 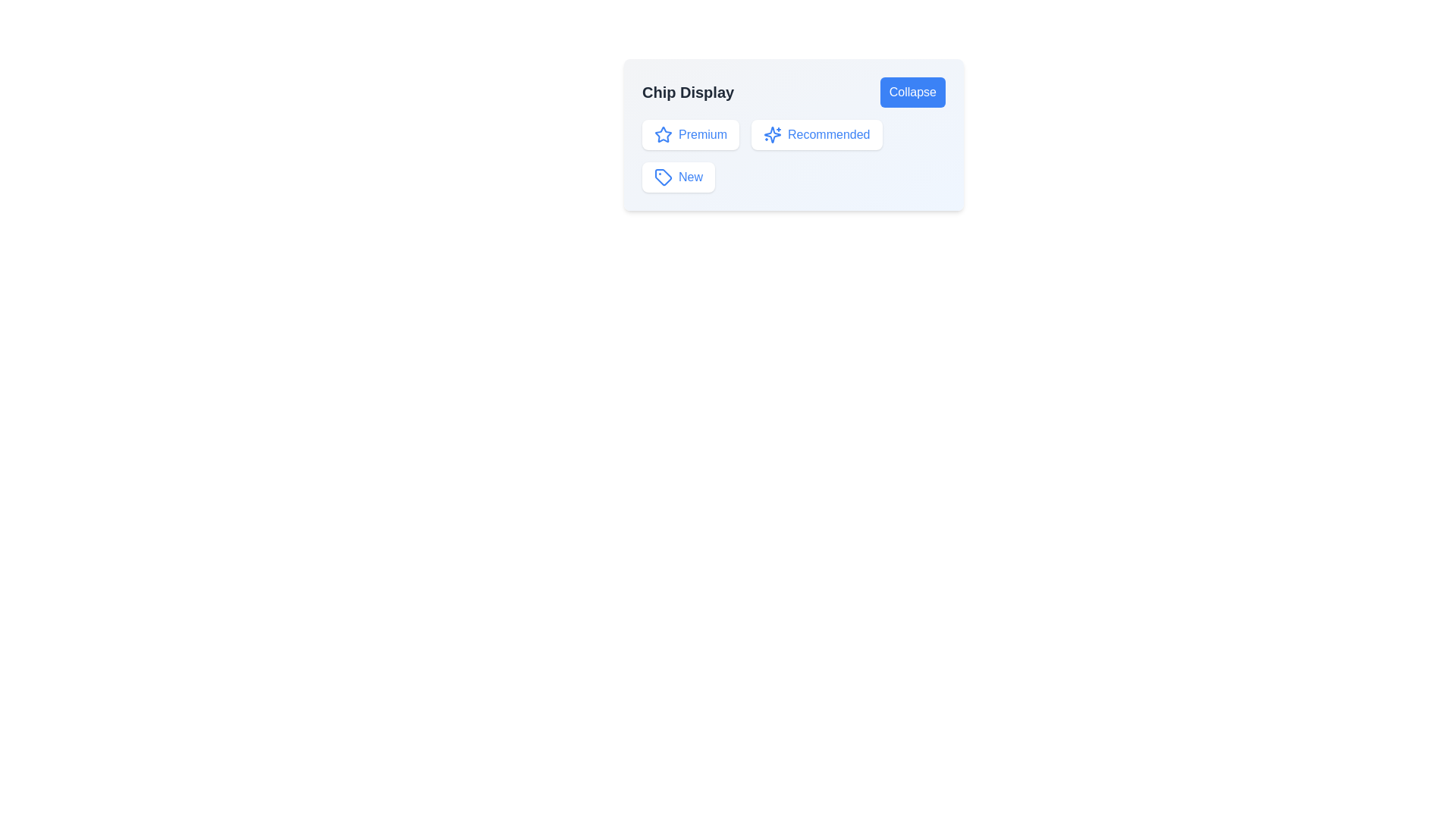 I want to click on the chip labeled New, so click(x=677, y=177).